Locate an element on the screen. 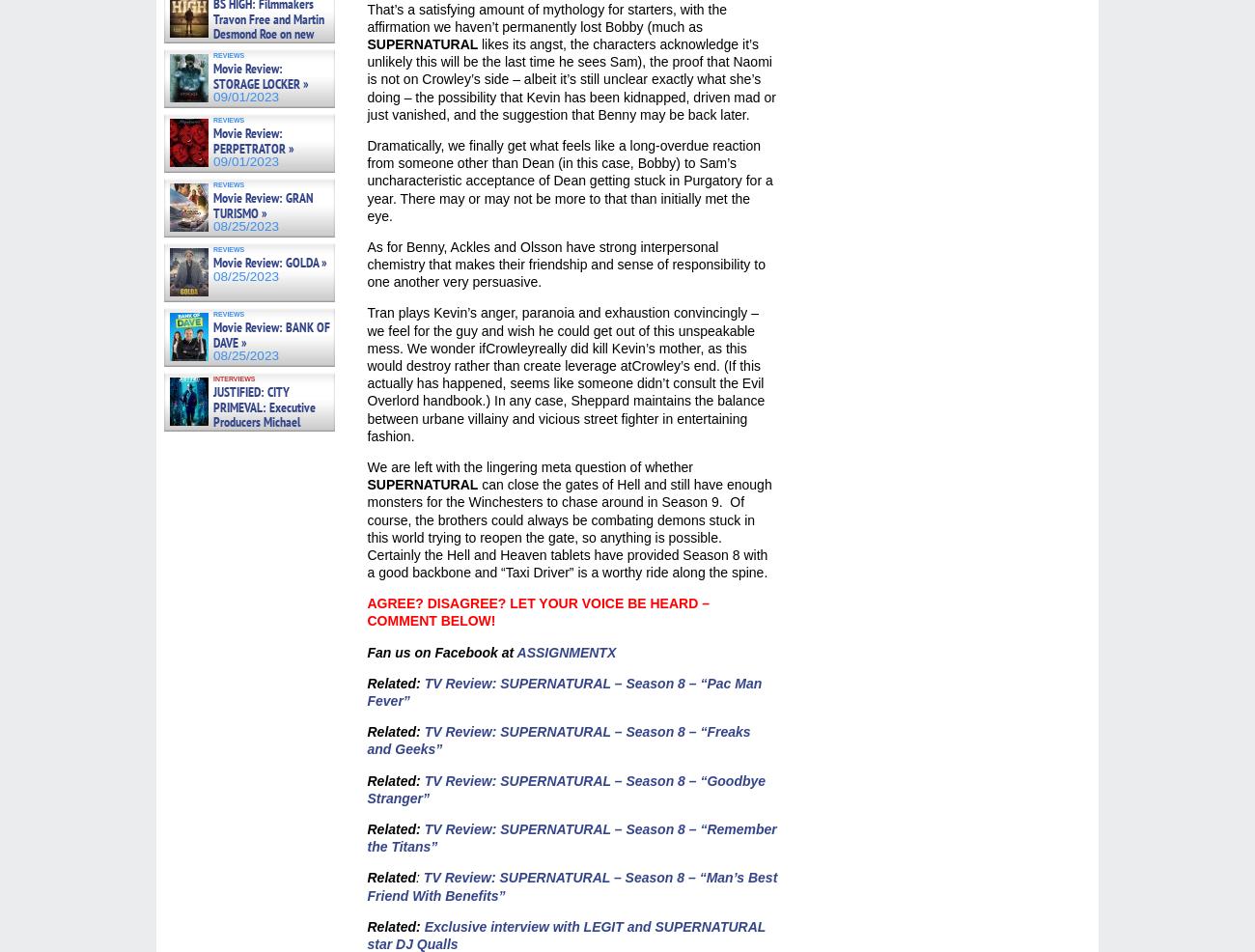 This screenshot has width=1255, height=952. 'ASSIGNMENTX' is located at coordinates (565, 651).